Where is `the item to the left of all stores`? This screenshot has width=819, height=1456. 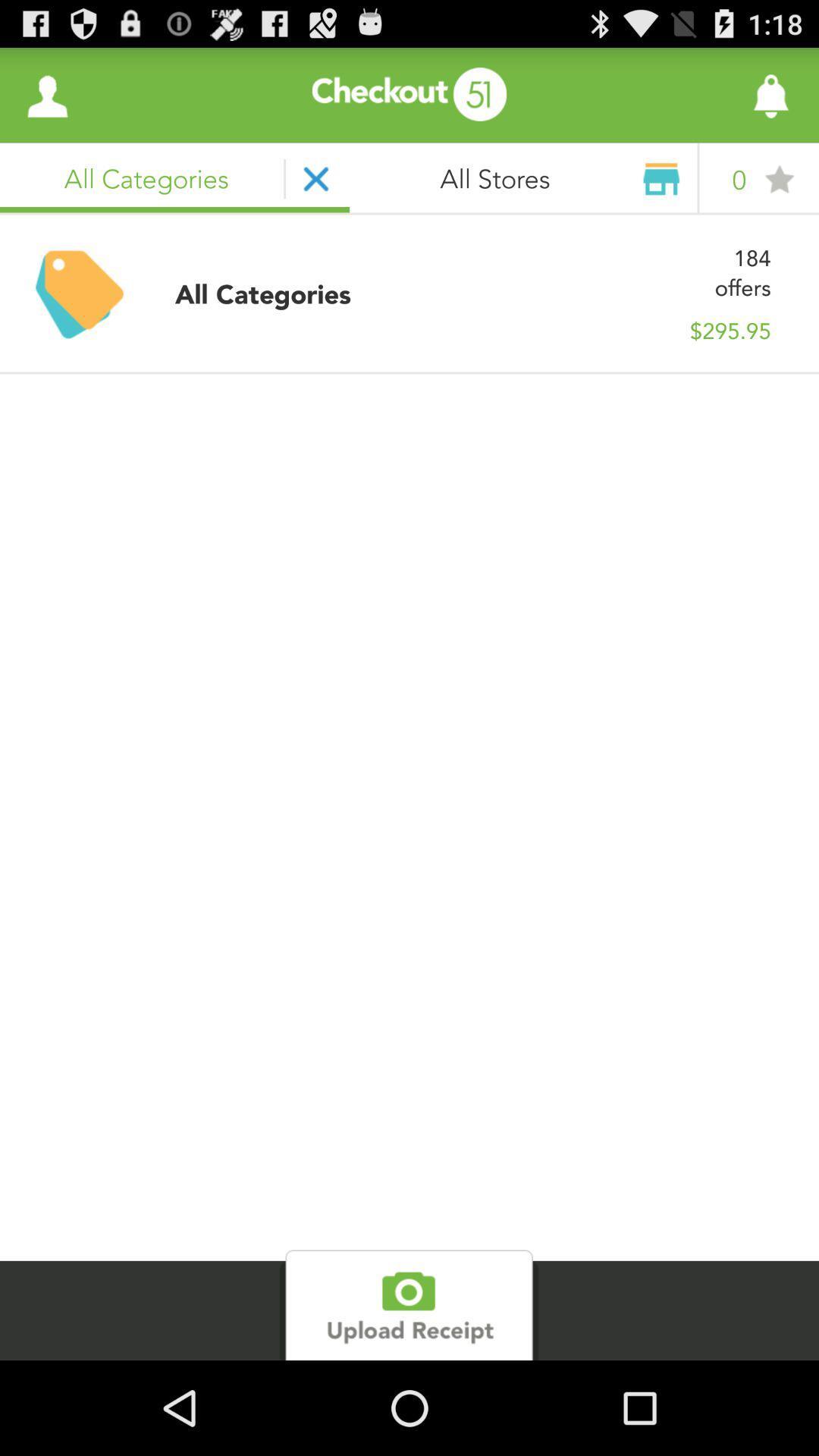 the item to the left of all stores is located at coordinates (46, 94).